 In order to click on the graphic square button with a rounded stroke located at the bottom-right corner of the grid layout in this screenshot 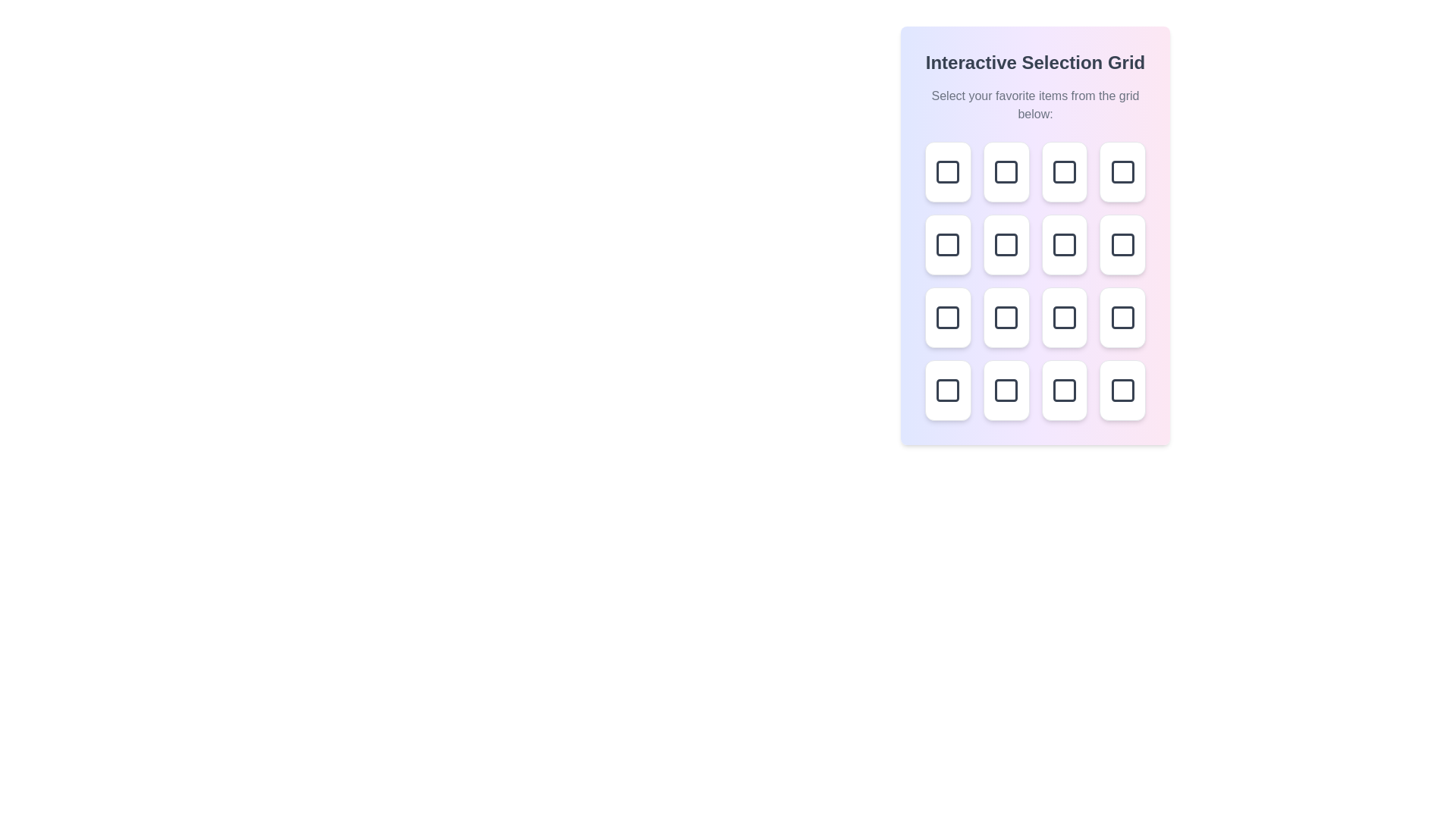, I will do `click(1122, 390)`.